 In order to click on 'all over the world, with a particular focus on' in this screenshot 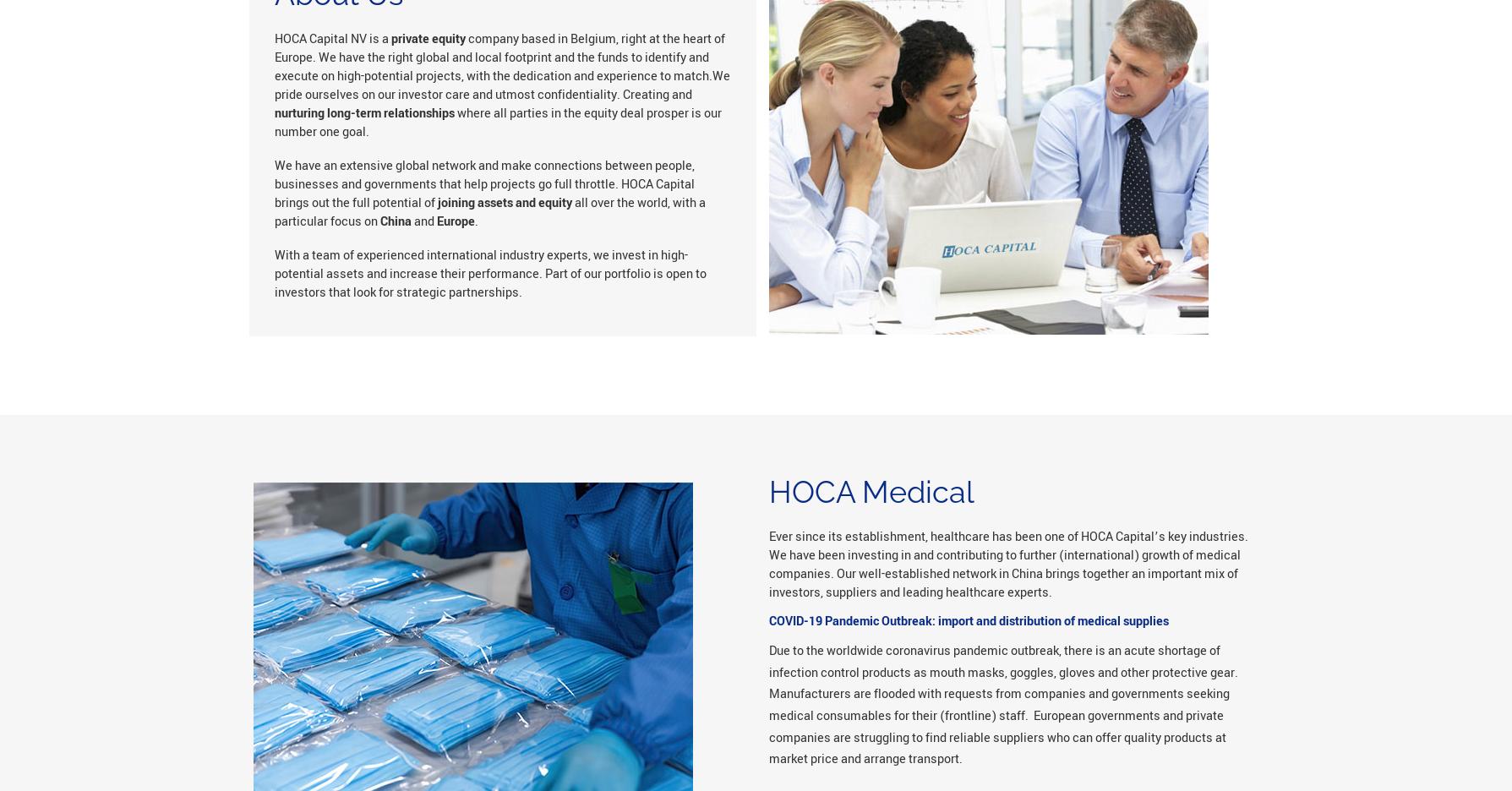, I will do `click(488, 210)`.